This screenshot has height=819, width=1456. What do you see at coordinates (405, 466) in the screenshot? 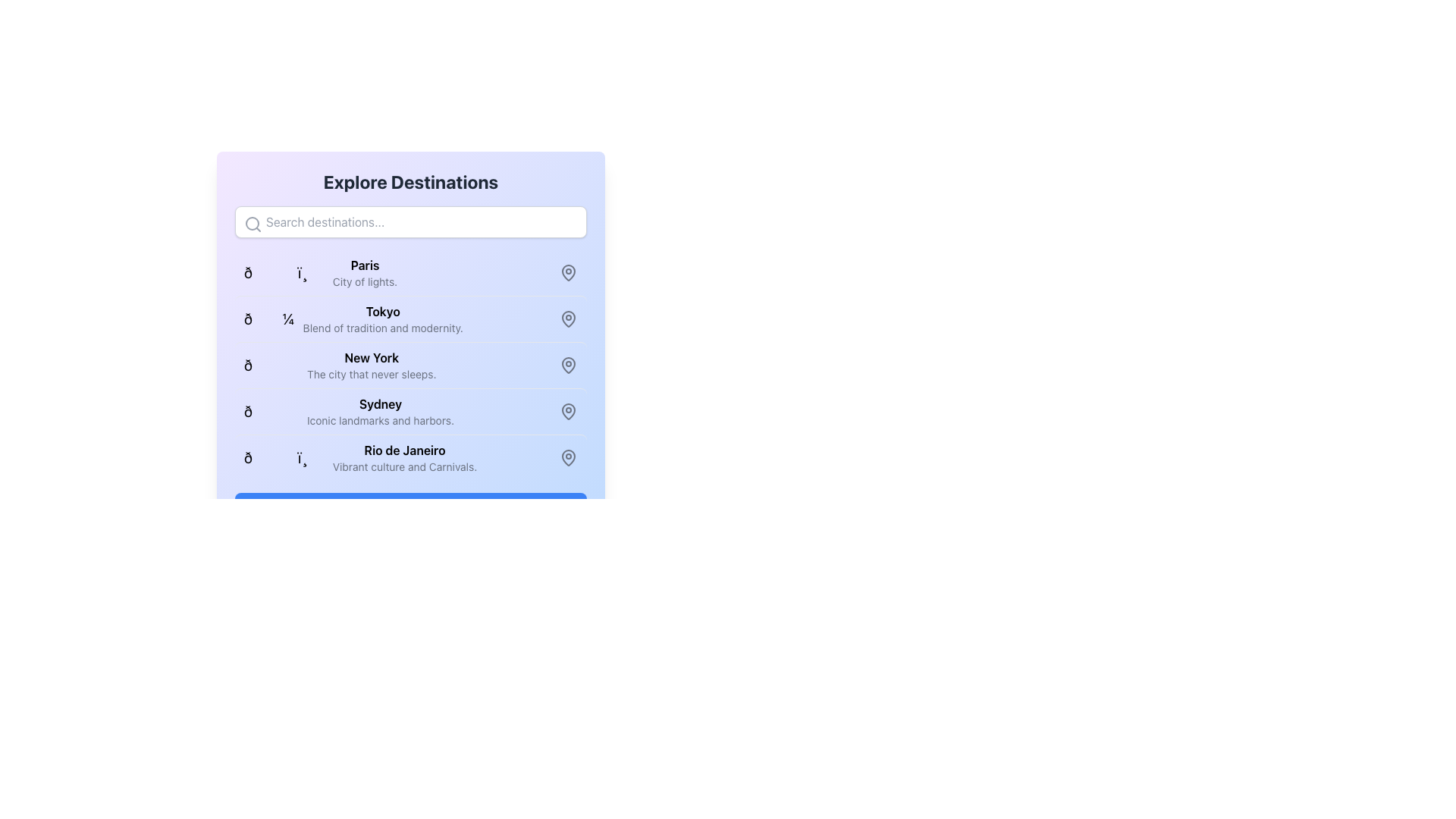
I see `the static text label displaying 'Vibrant culture and Carnivals.' located beneath the heading 'Rio de Janeiro' in the UI layout` at bounding box center [405, 466].